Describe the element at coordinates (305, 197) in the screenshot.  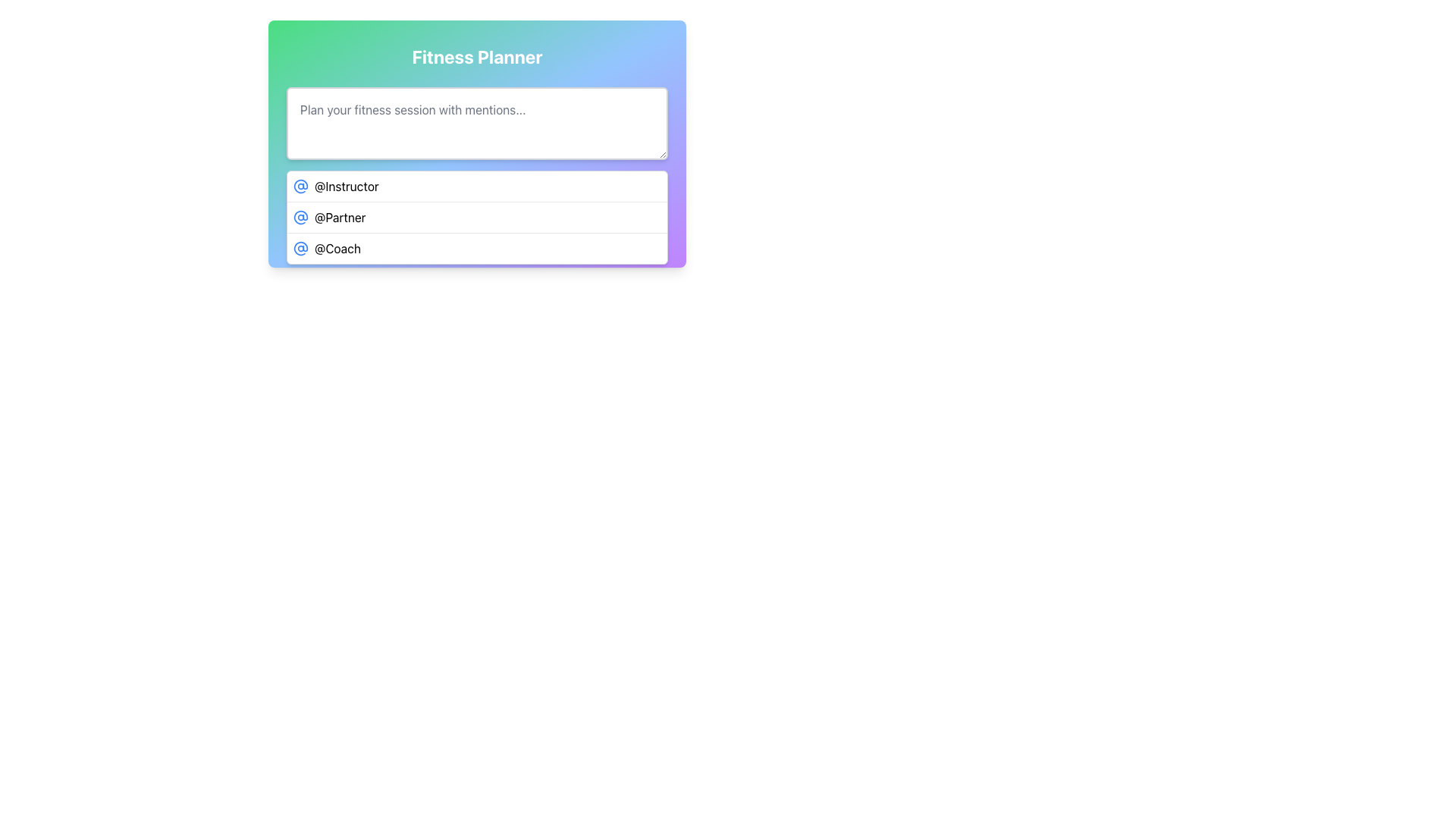
I see `the design of the decorative SVG graphic icon located within the 'Clear' button, which is horizontally centered and positioned near the bottom of its section` at that location.